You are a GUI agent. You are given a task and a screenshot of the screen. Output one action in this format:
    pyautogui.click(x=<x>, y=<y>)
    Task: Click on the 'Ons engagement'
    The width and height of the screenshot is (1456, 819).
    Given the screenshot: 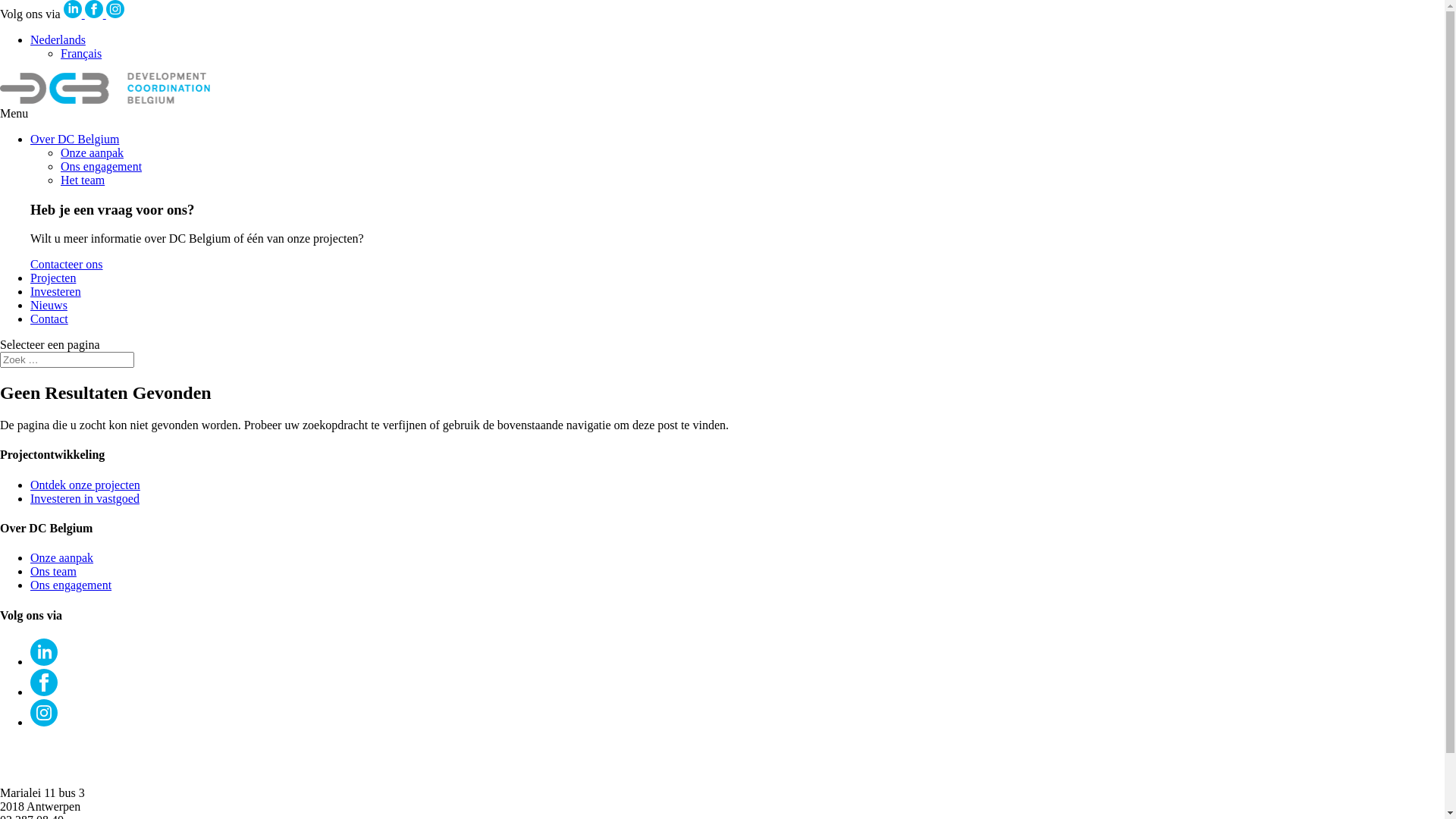 What is the action you would take?
    pyautogui.click(x=100, y=166)
    